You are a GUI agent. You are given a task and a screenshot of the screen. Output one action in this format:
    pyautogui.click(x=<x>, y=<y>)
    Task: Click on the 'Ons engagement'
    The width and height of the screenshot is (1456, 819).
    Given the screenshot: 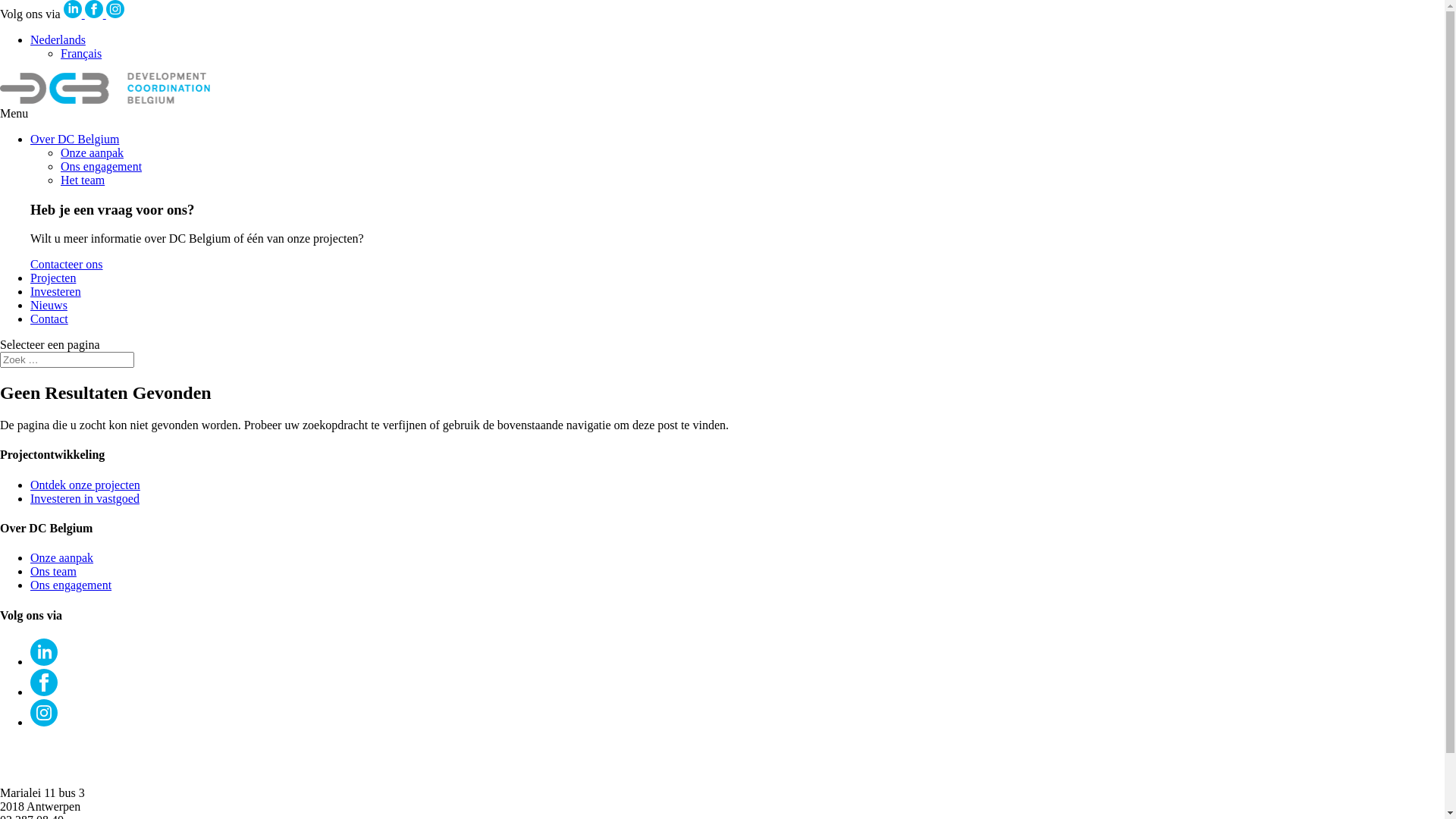 What is the action you would take?
    pyautogui.click(x=100, y=166)
    